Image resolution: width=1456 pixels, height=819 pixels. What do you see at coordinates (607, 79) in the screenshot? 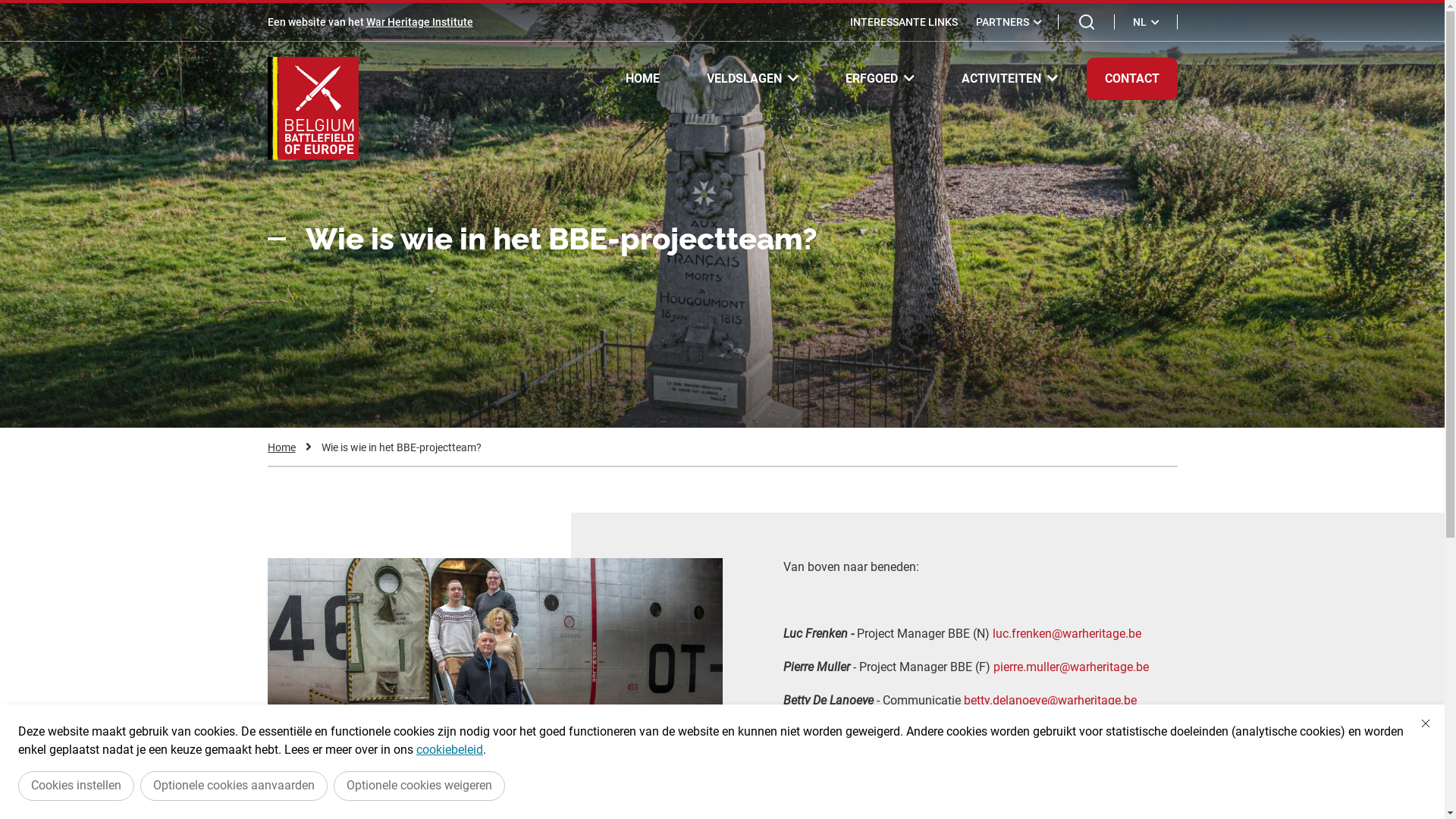
I see `'HOME'` at bounding box center [607, 79].